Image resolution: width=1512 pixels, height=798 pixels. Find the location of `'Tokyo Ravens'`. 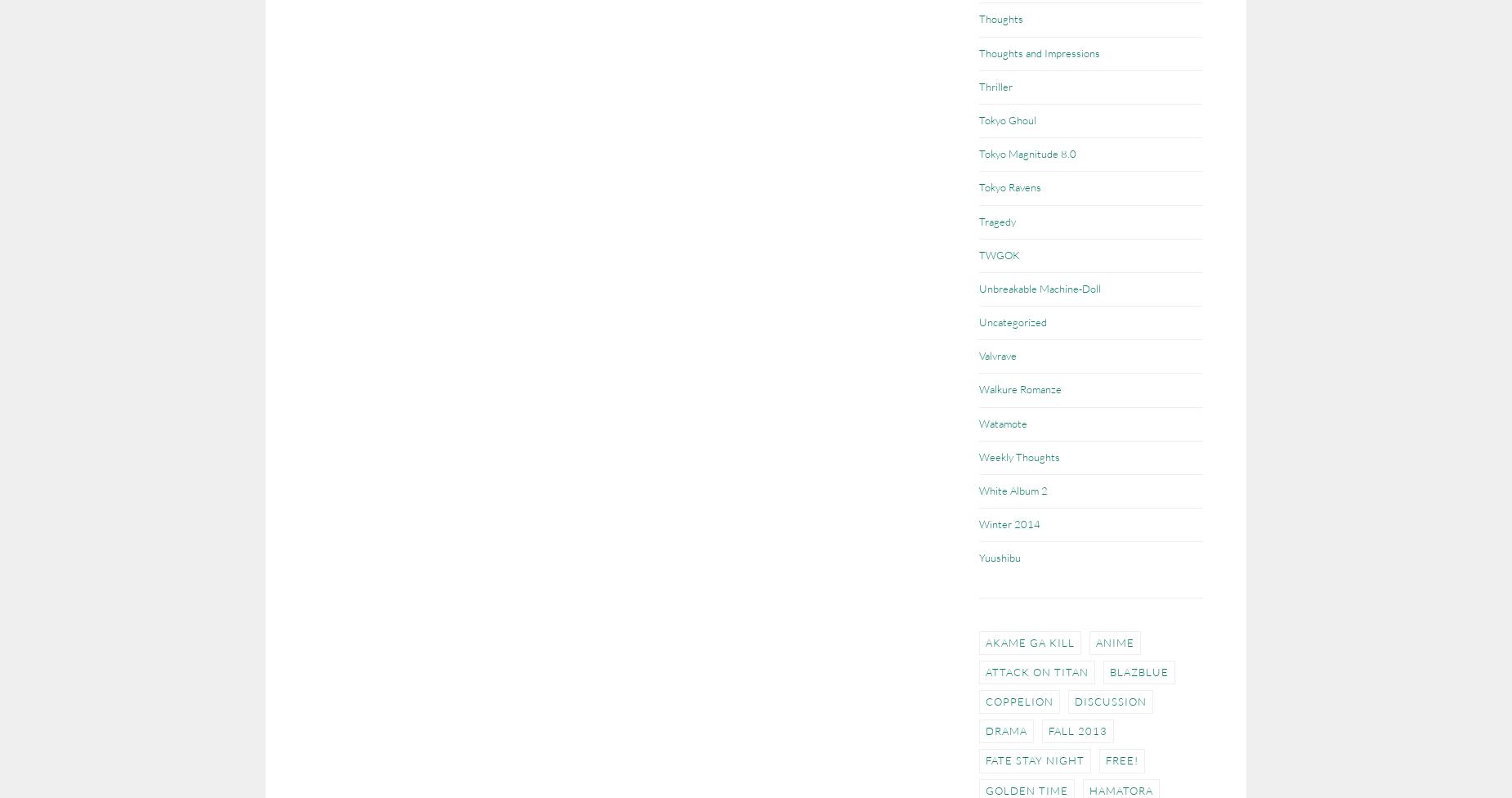

'Tokyo Ravens' is located at coordinates (1009, 186).